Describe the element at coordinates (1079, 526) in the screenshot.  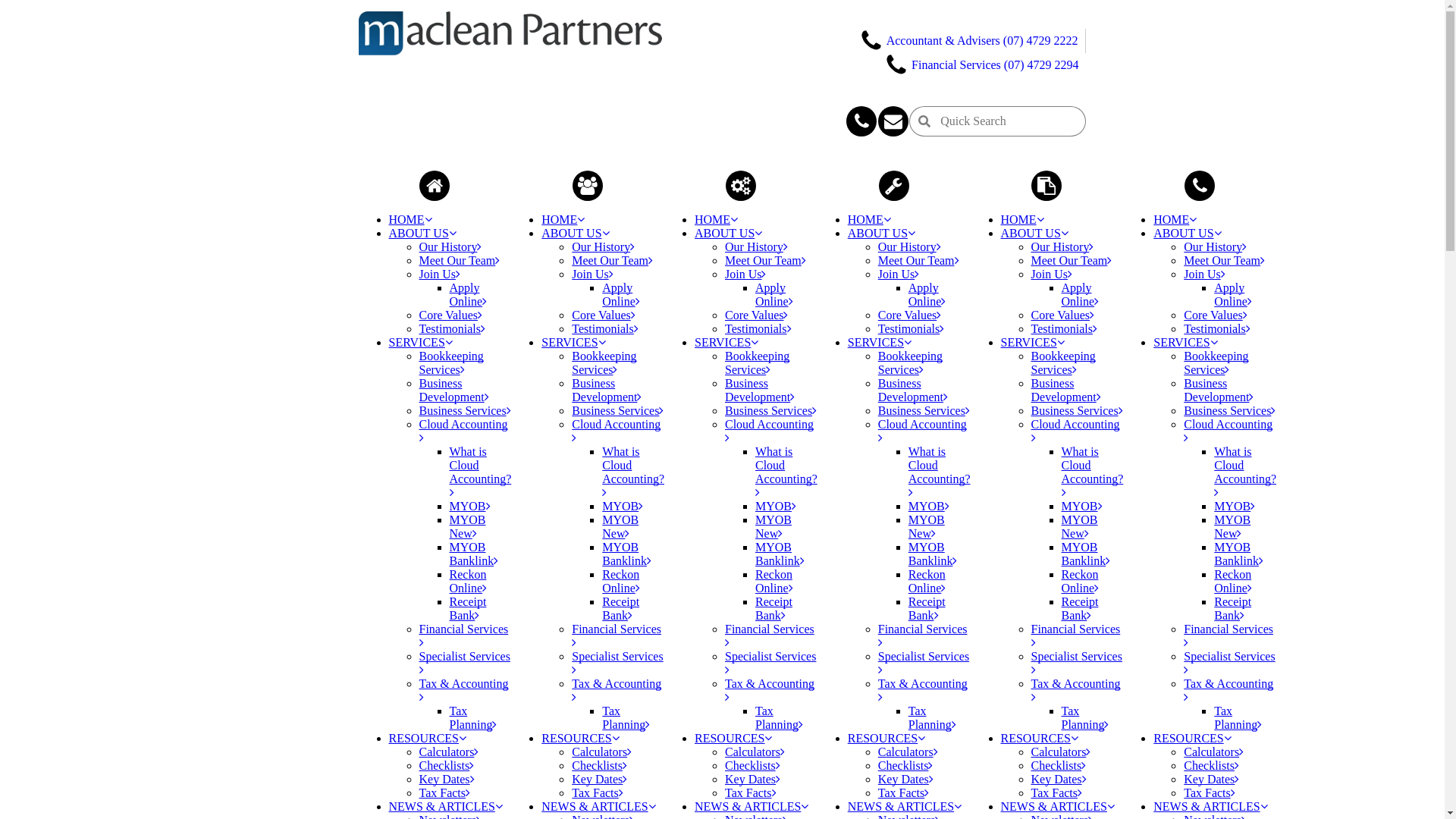
I see `'MYOB New'` at that location.